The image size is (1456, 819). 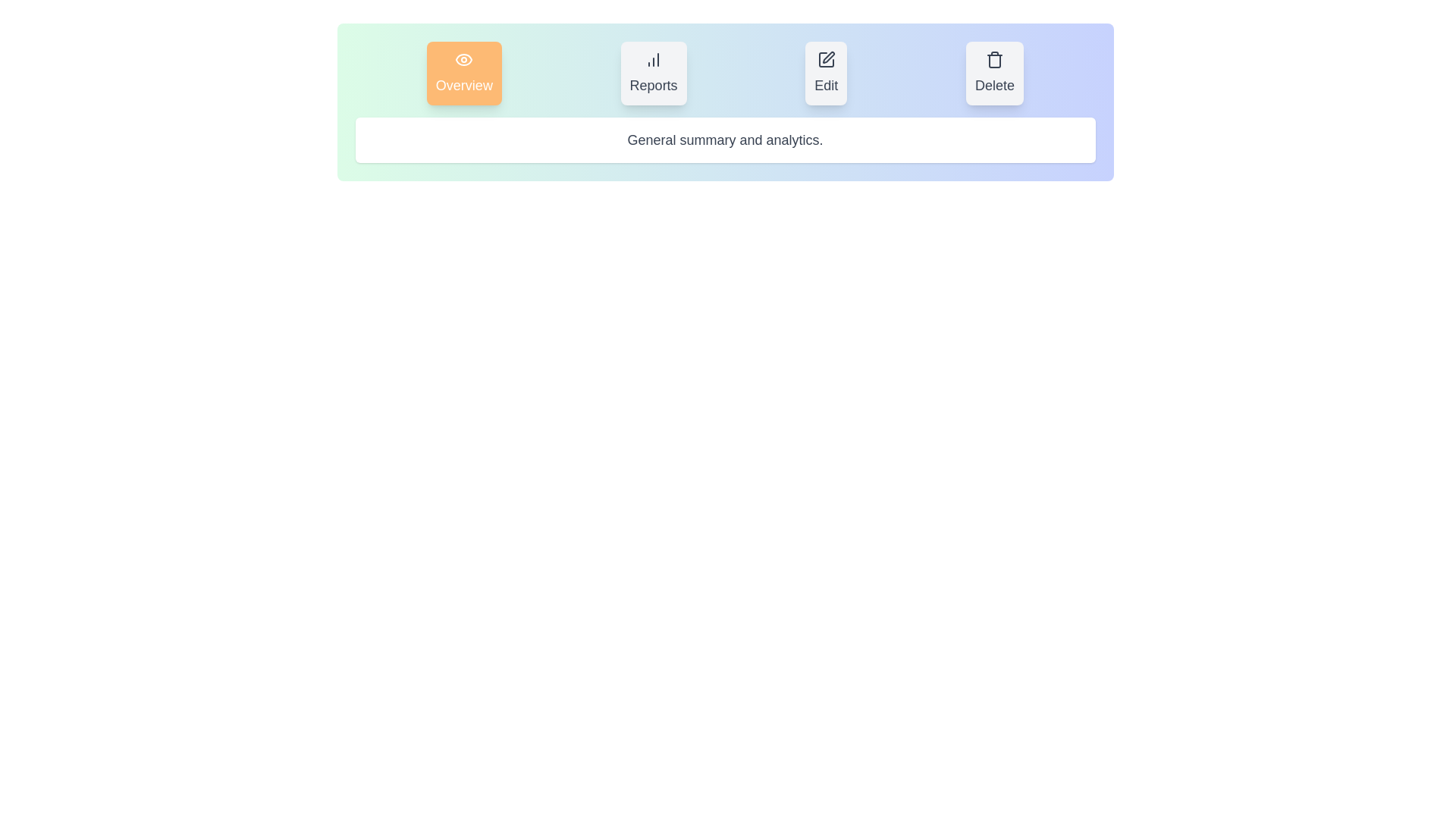 What do you see at coordinates (994, 73) in the screenshot?
I see `the Delete tab by clicking on its button` at bounding box center [994, 73].